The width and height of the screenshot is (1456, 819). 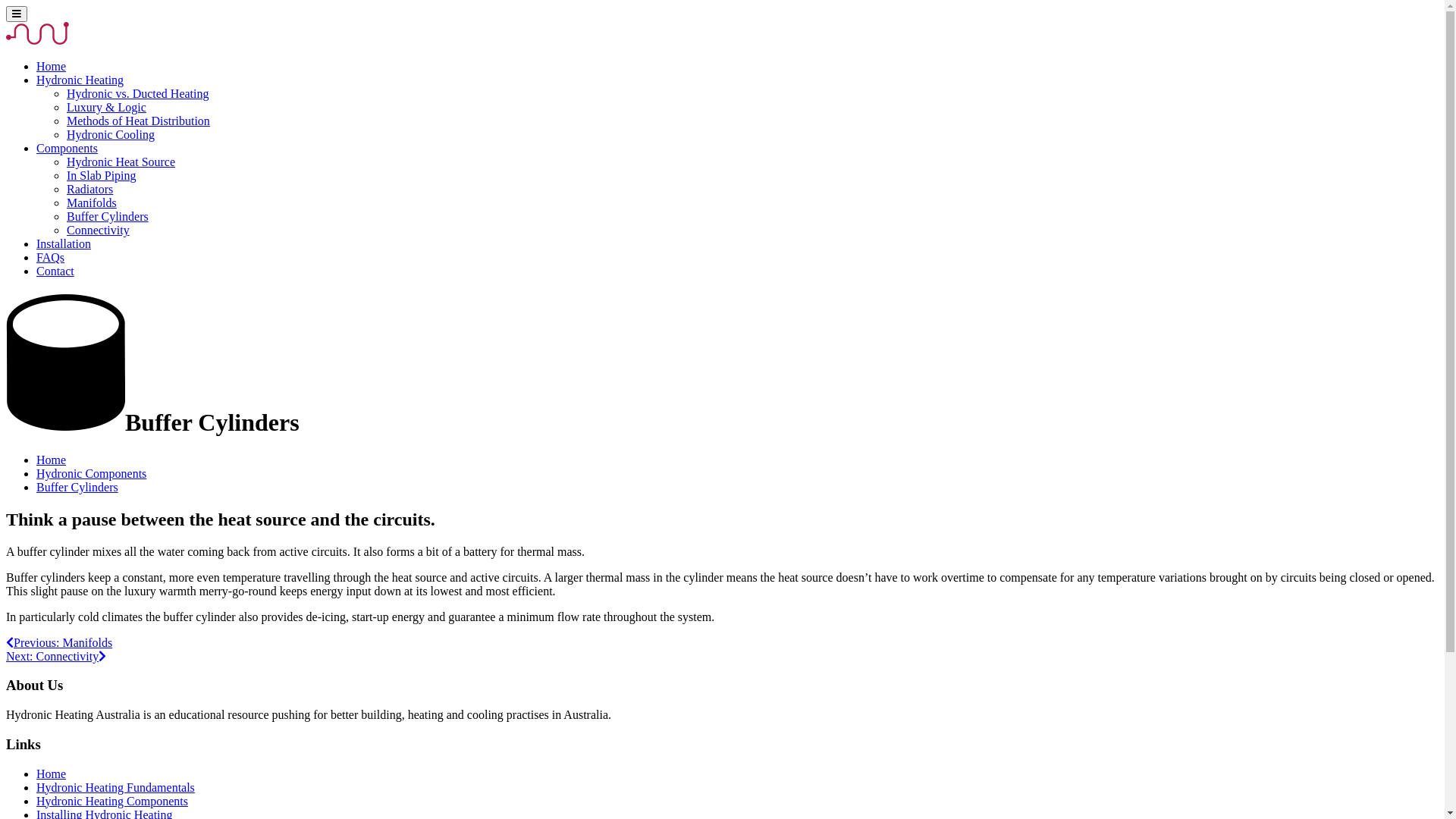 What do you see at coordinates (62, 243) in the screenshot?
I see `'Installation'` at bounding box center [62, 243].